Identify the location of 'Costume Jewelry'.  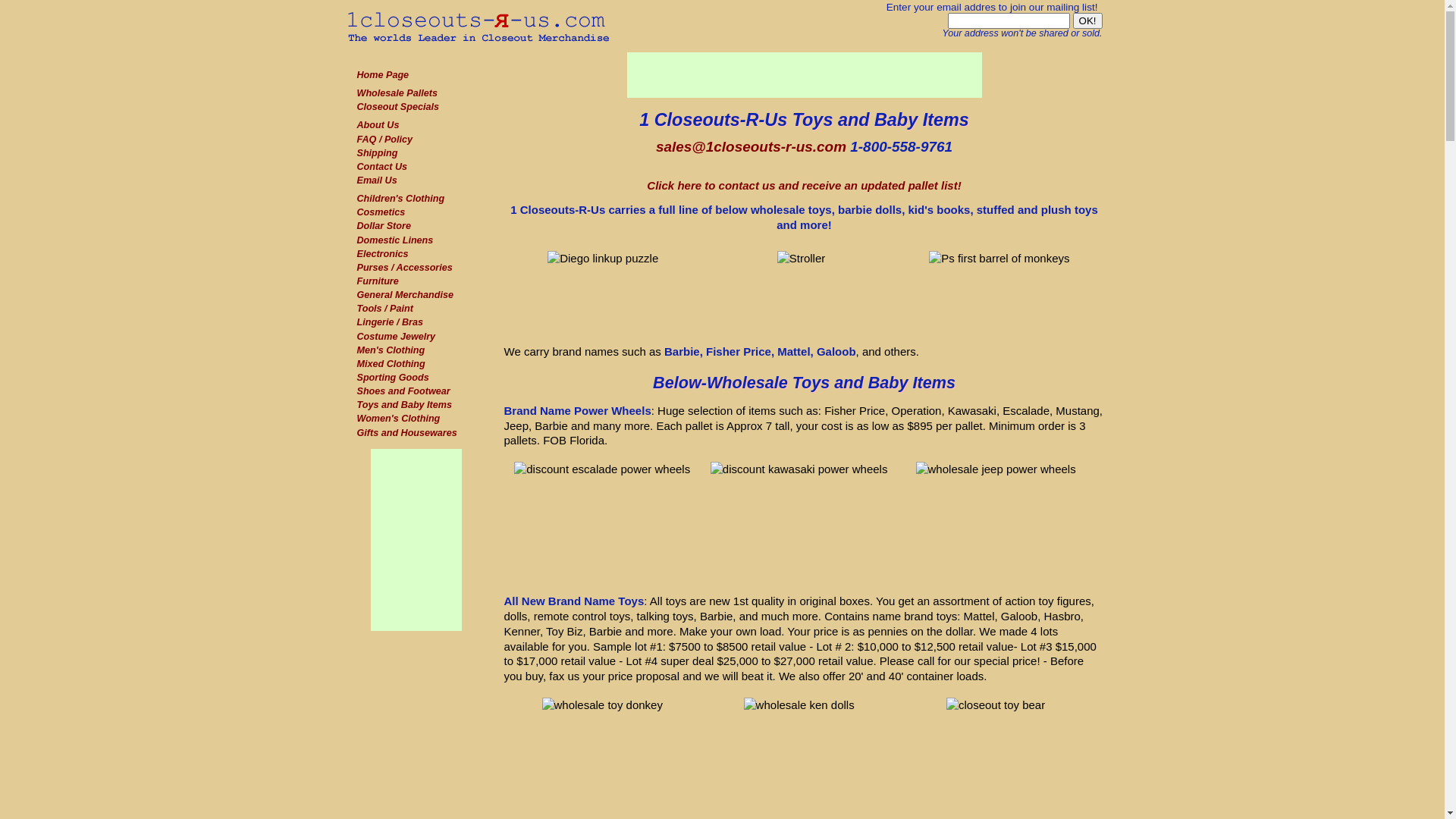
(356, 335).